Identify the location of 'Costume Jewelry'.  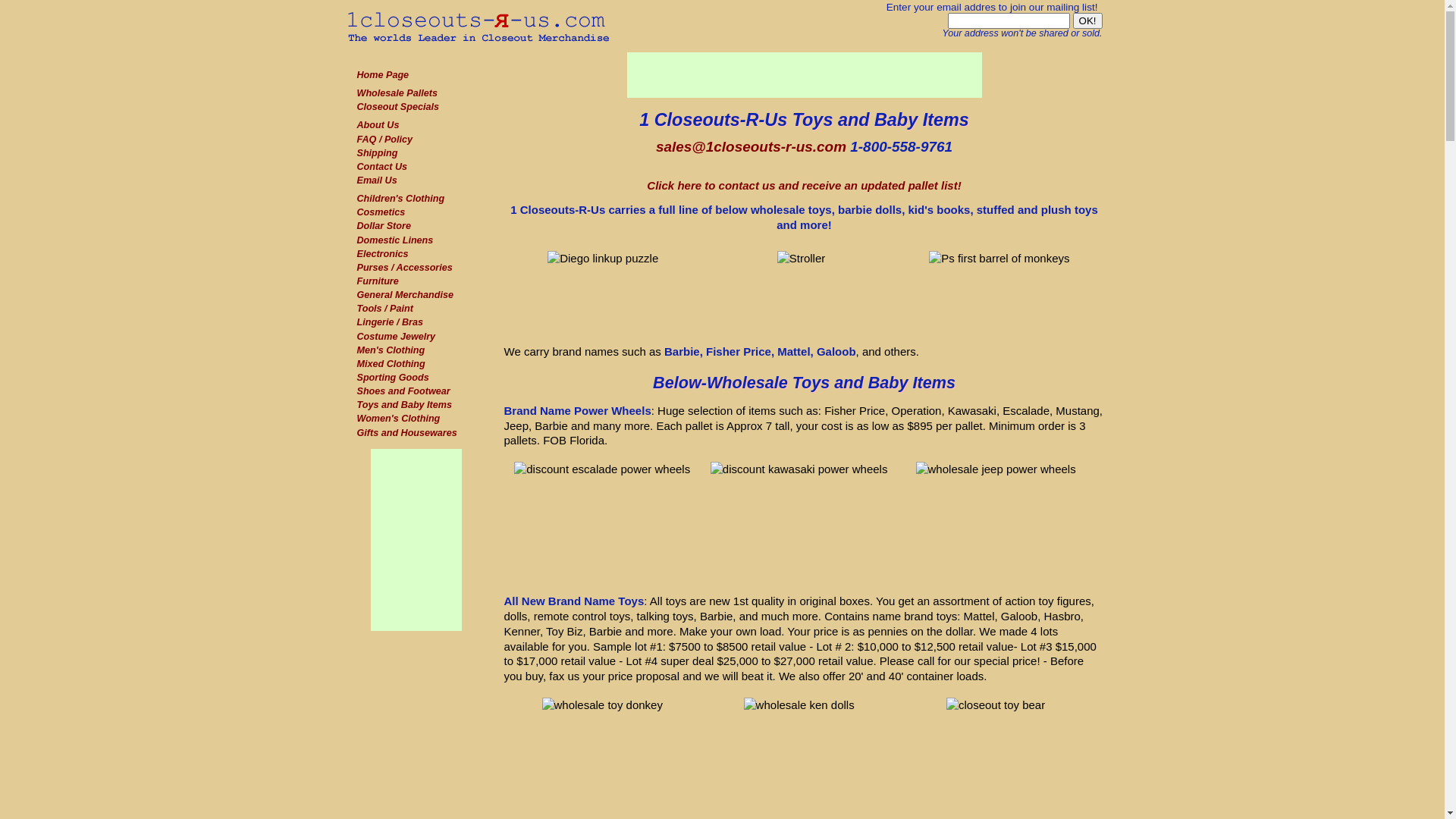
(356, 335).